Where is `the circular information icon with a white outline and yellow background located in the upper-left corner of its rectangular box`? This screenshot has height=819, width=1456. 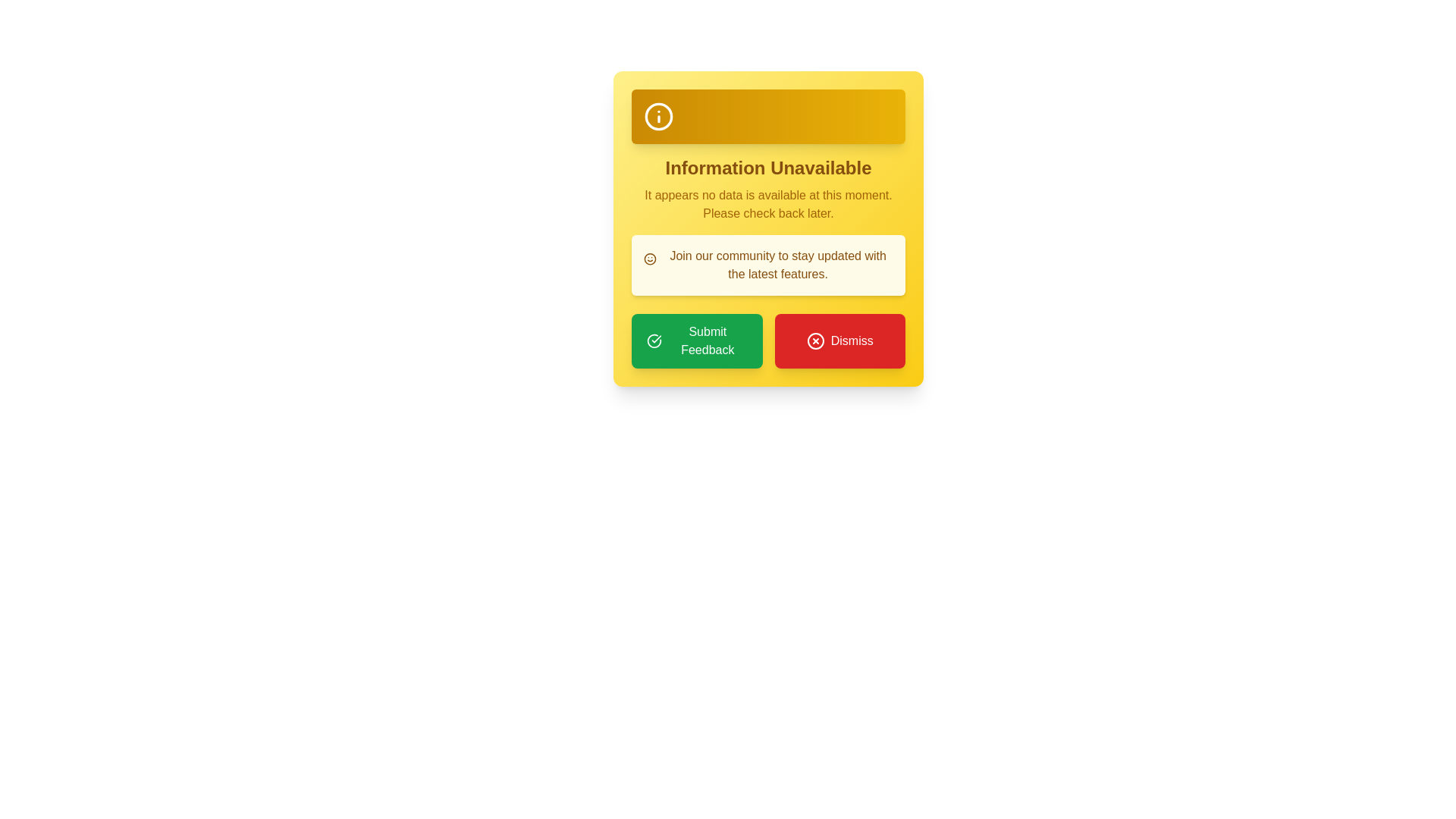 the circular information icon with a white outline and yellow background located in the upper-left corner of its rectangular box is located at coordinates (658, 116).